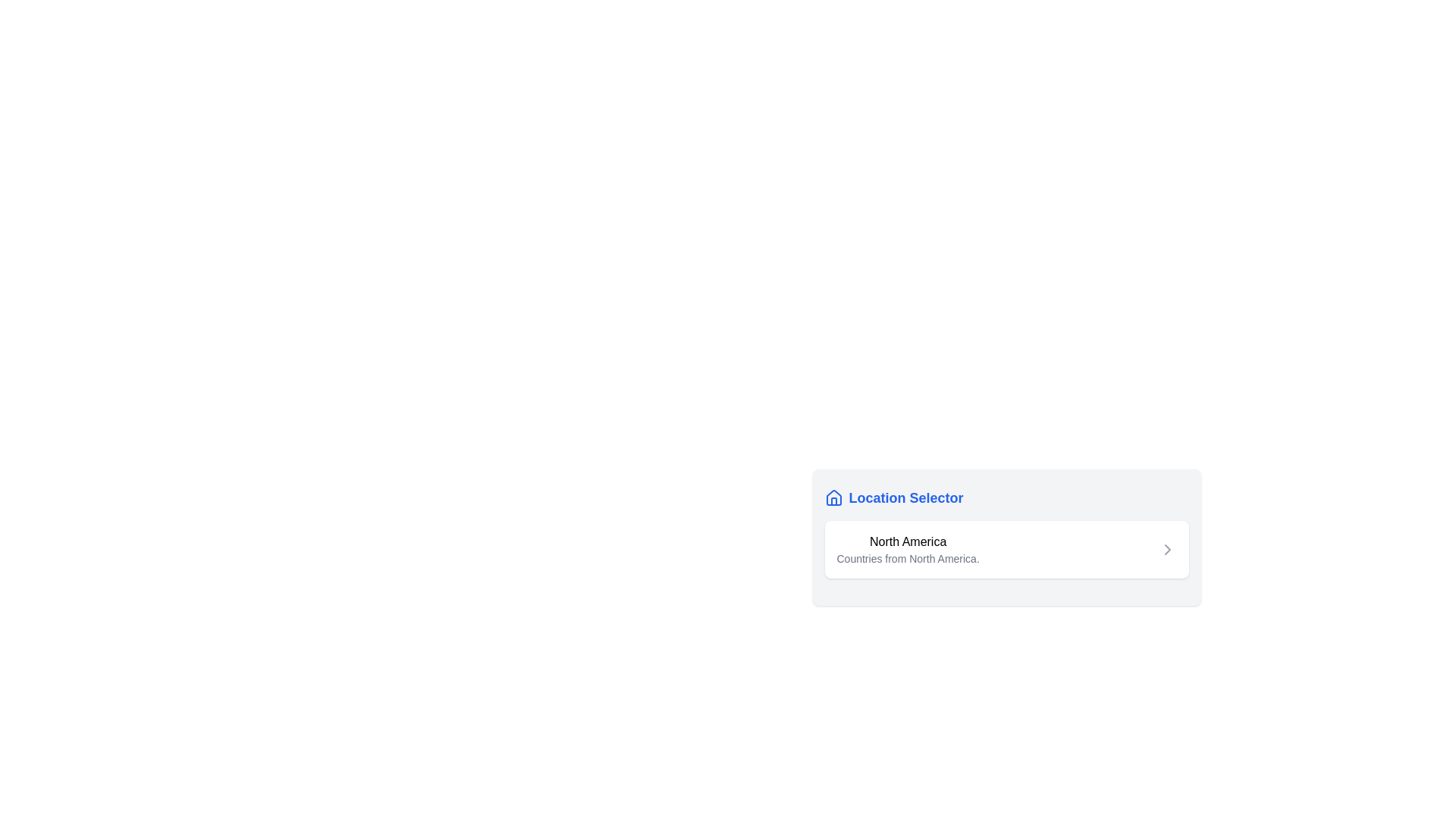 This screenshot has height=819, width=1456. Describe the element at coordinates (1166, 550) in the screenshot. I see `the rightward-pointing chevron icon located inside the 'North America' section` at that location.